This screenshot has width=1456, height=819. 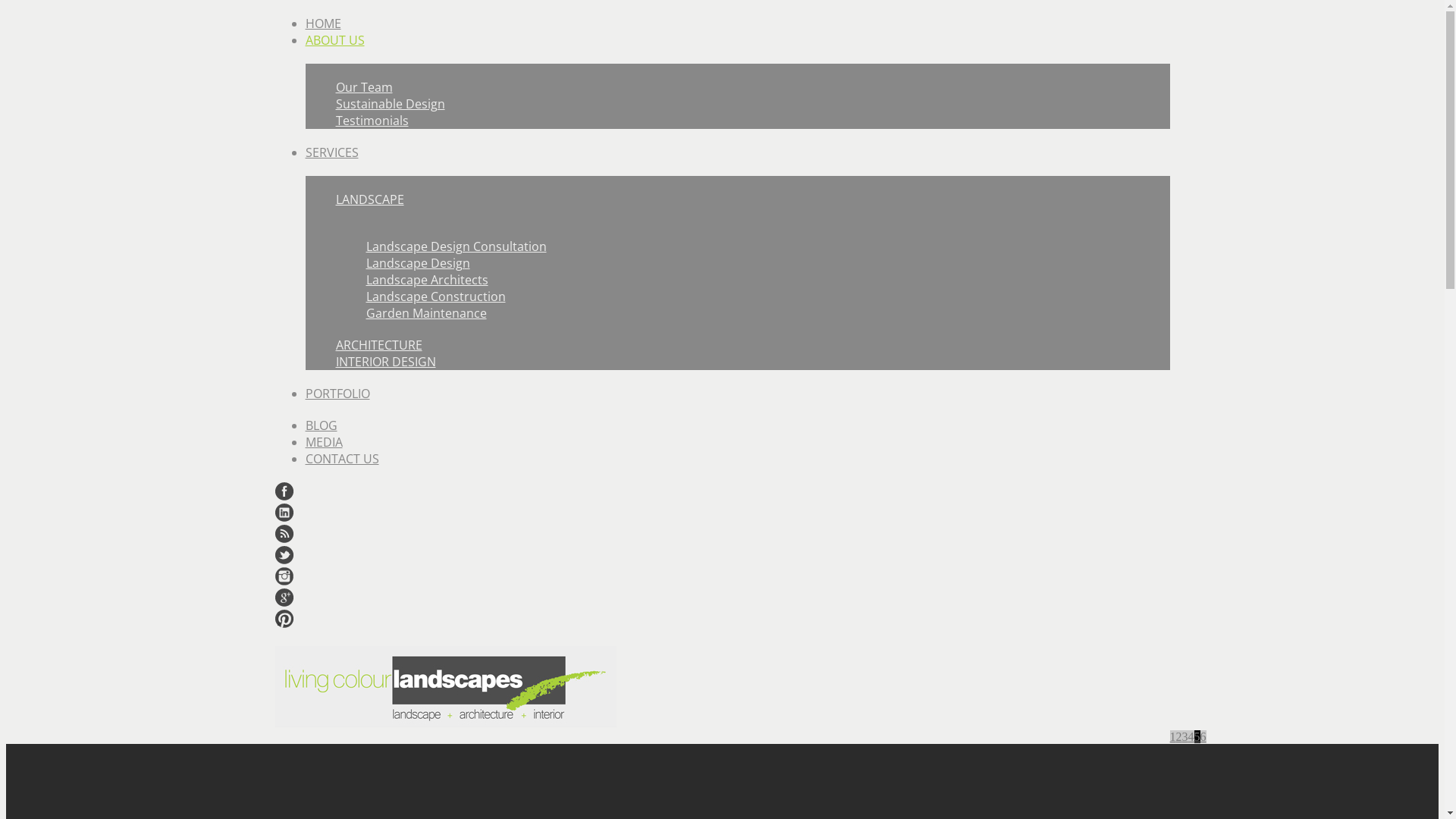 What do you see at coordinates (1183, 736) in the screenshot?
I see `'3'` at bounding box center [1183, 736].